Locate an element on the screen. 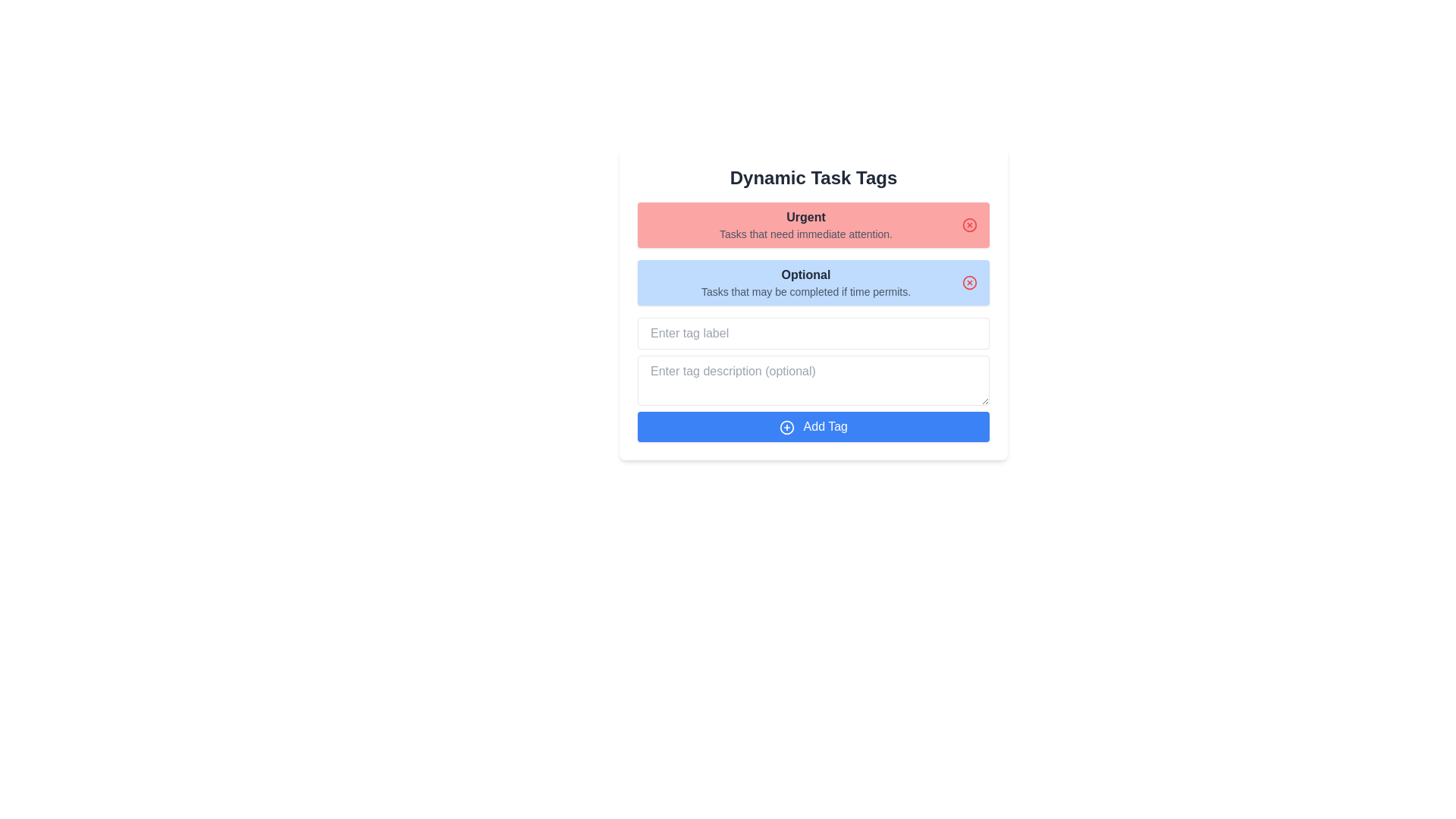  the text label that provides a description or guideline about tasks within the 'Optional' category, which is located immediately below the 'Optional' header in a light blue background section is located at coordinates (805, 292).